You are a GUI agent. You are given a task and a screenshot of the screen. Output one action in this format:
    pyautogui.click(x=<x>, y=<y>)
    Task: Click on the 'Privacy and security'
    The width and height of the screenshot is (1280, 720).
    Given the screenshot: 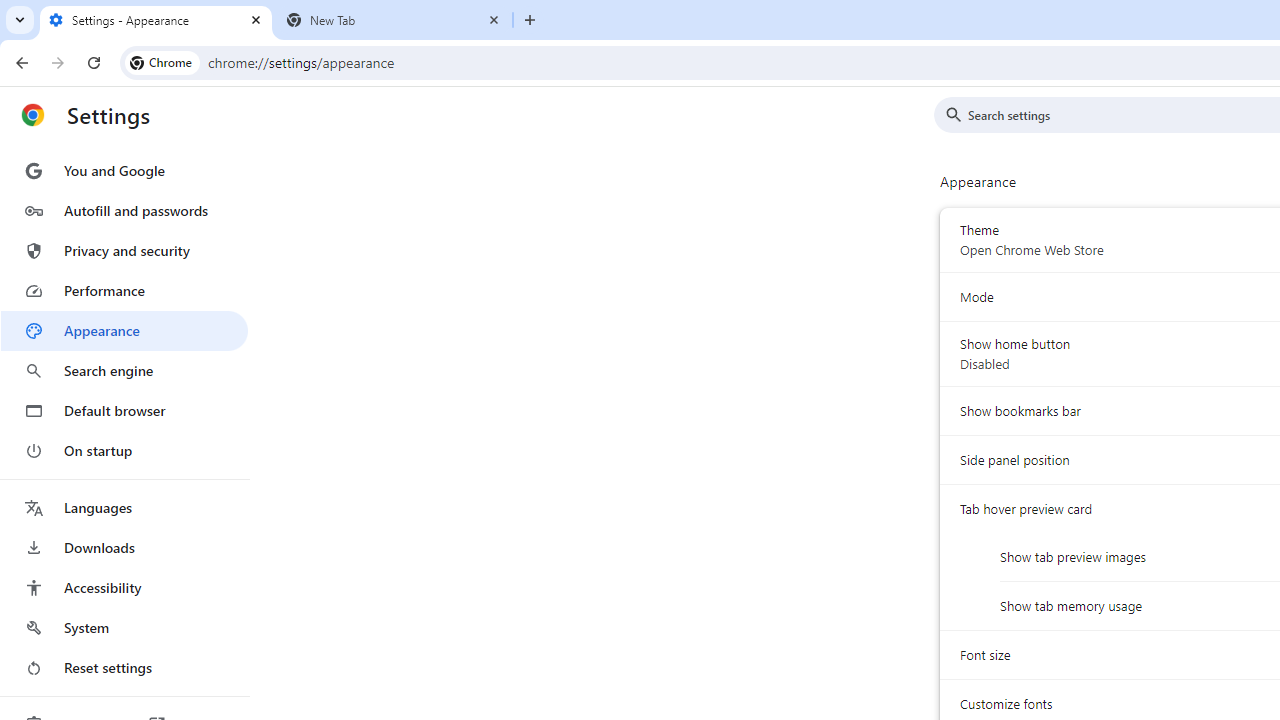 What is the action you would take?
    pyautogui.click(x=123, y=249)
    